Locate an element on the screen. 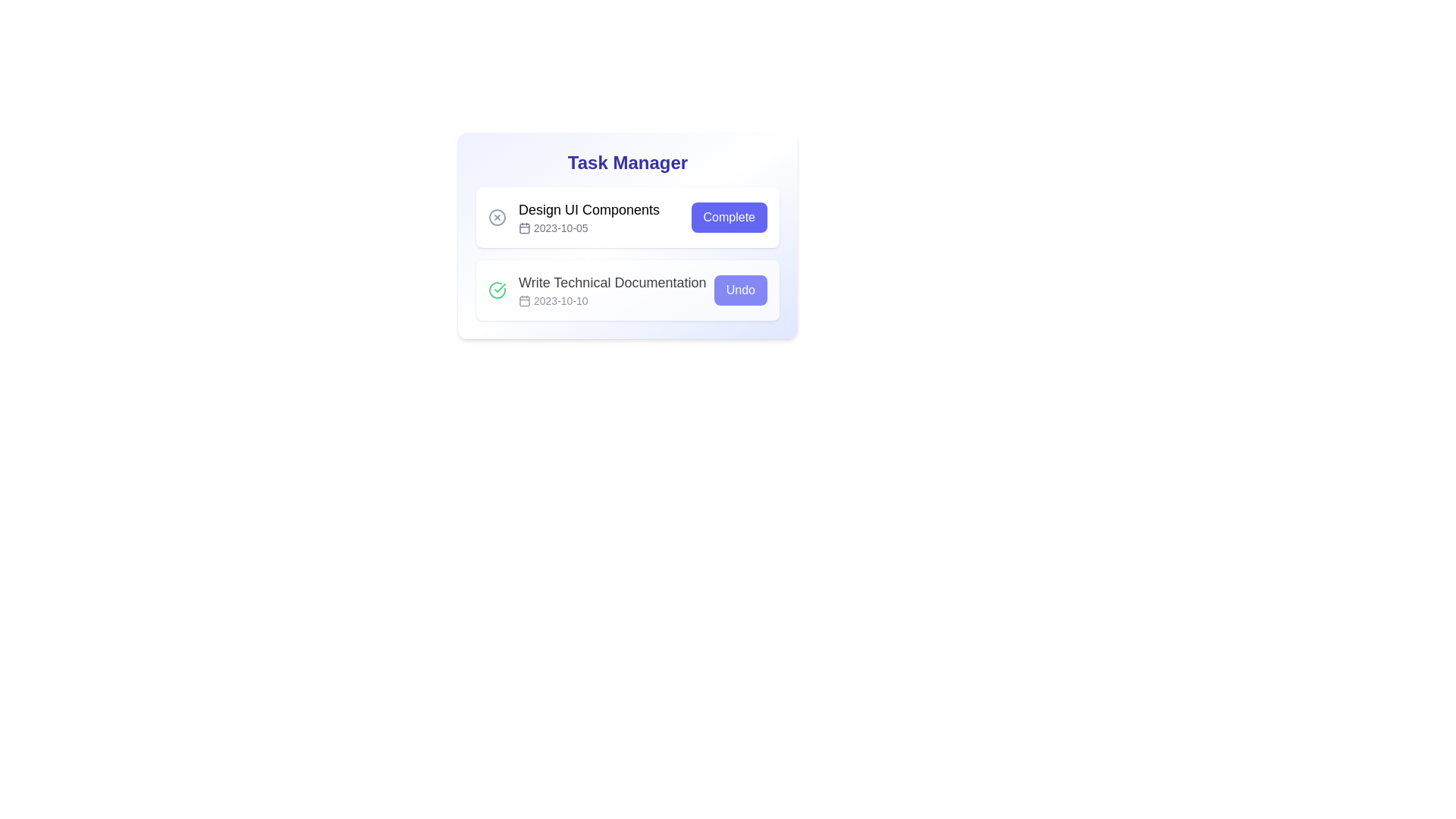  the task icon Write Technical Documentation to toggle its completion state is located at coordinates (497, 290).